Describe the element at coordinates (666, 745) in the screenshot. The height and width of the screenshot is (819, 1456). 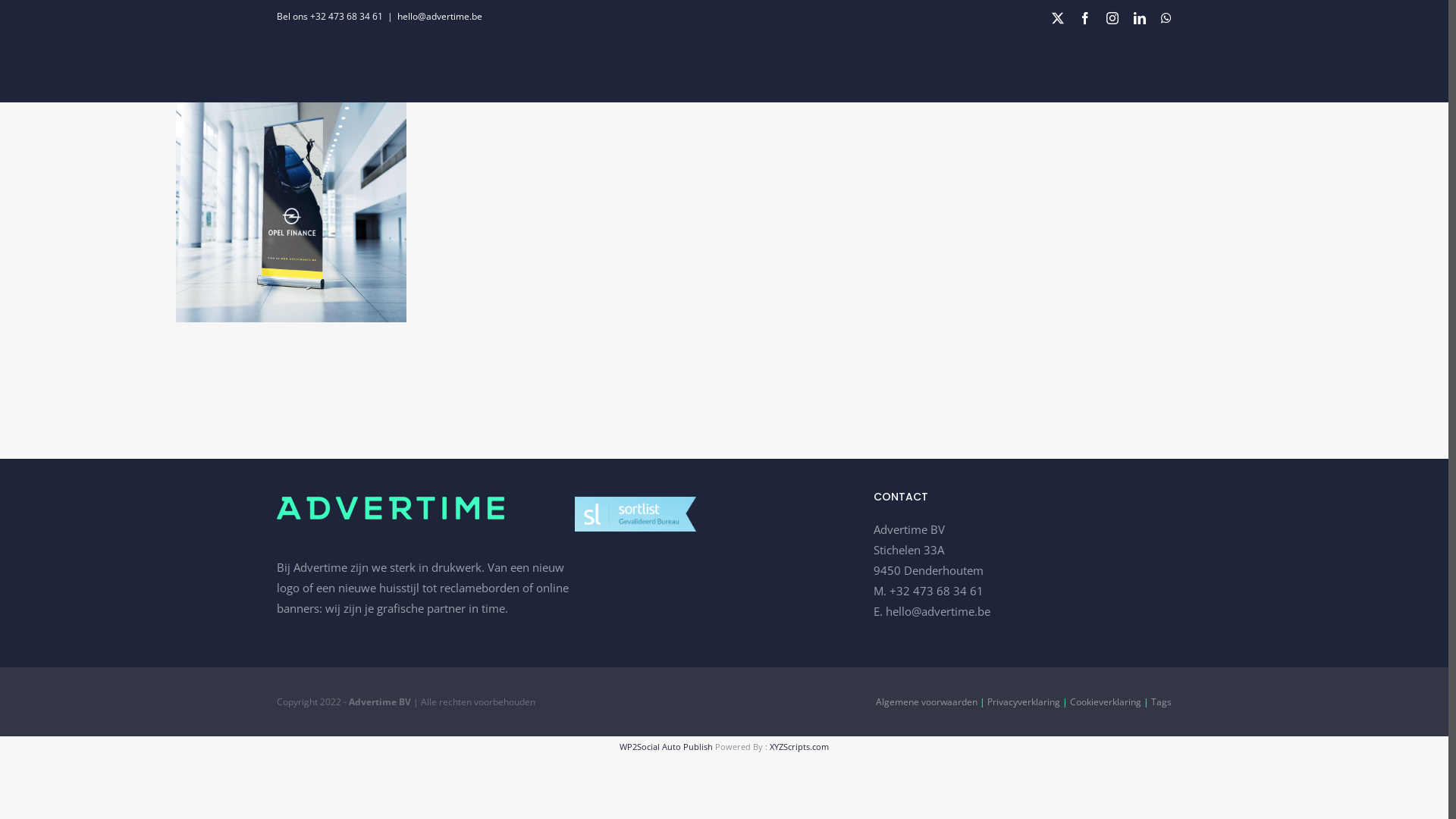
I see `'WP2Social Auto Publish'` at that location.